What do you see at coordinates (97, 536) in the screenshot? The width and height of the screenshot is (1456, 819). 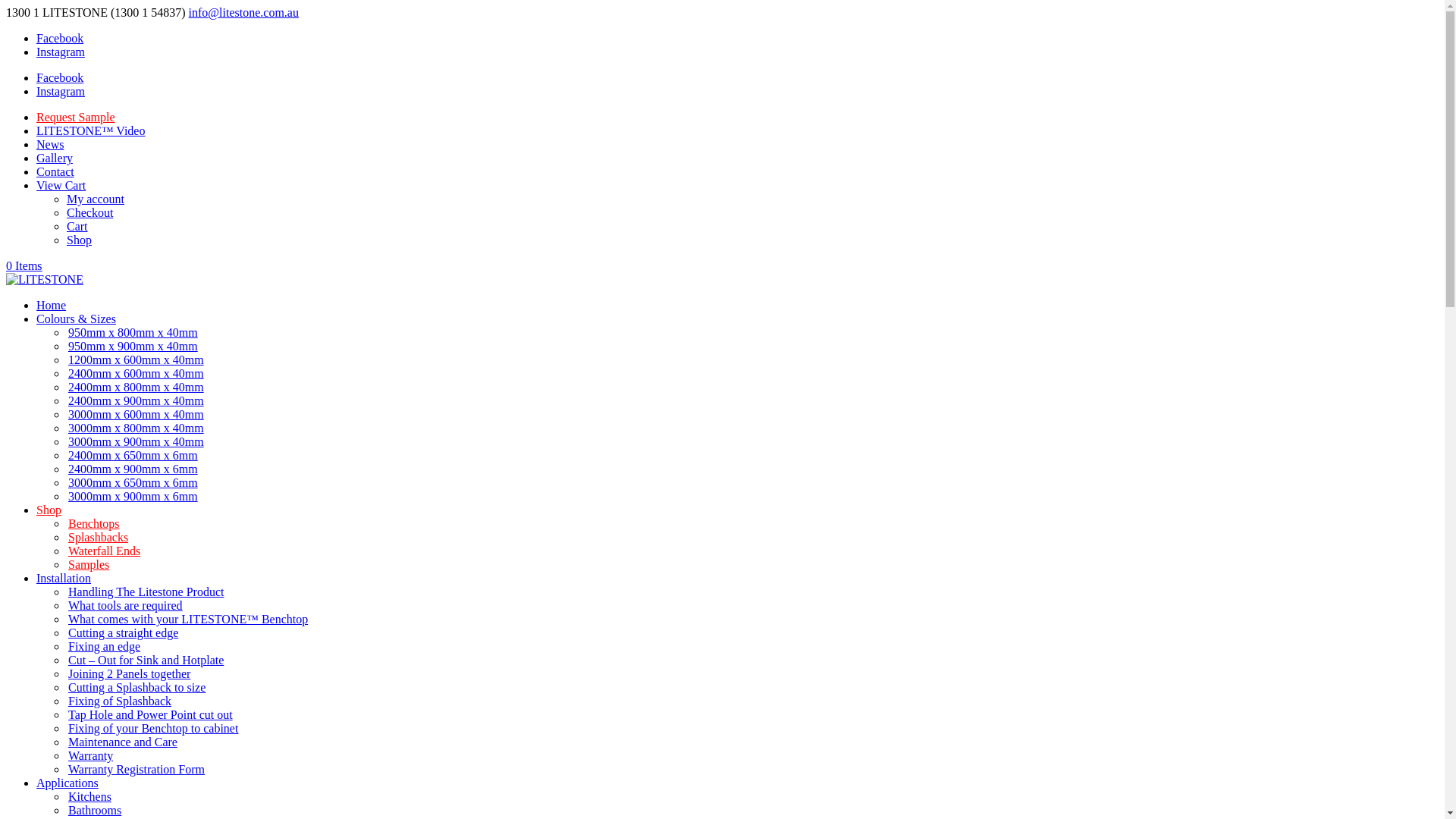 I see `'Splashbacks'` at bounding box center [97, 536].